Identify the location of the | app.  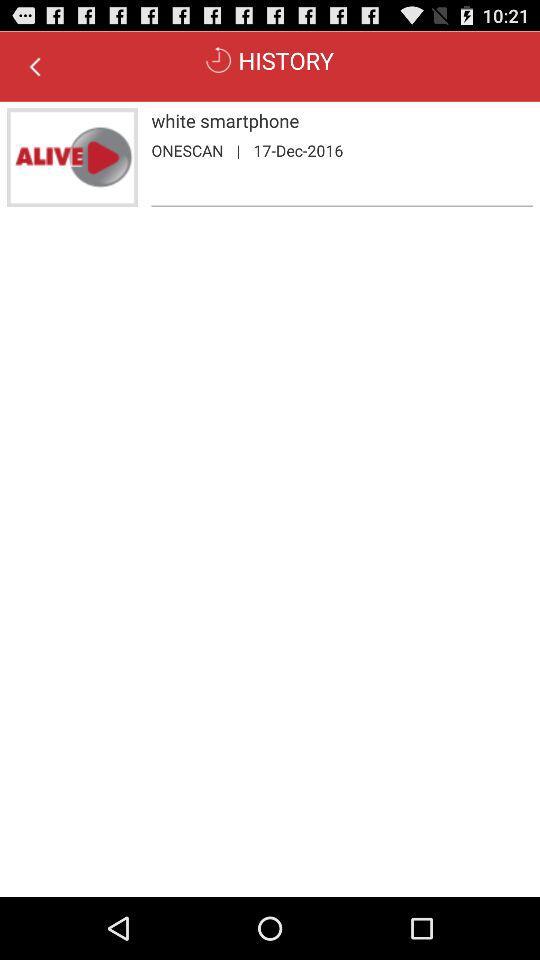
(238, 149).